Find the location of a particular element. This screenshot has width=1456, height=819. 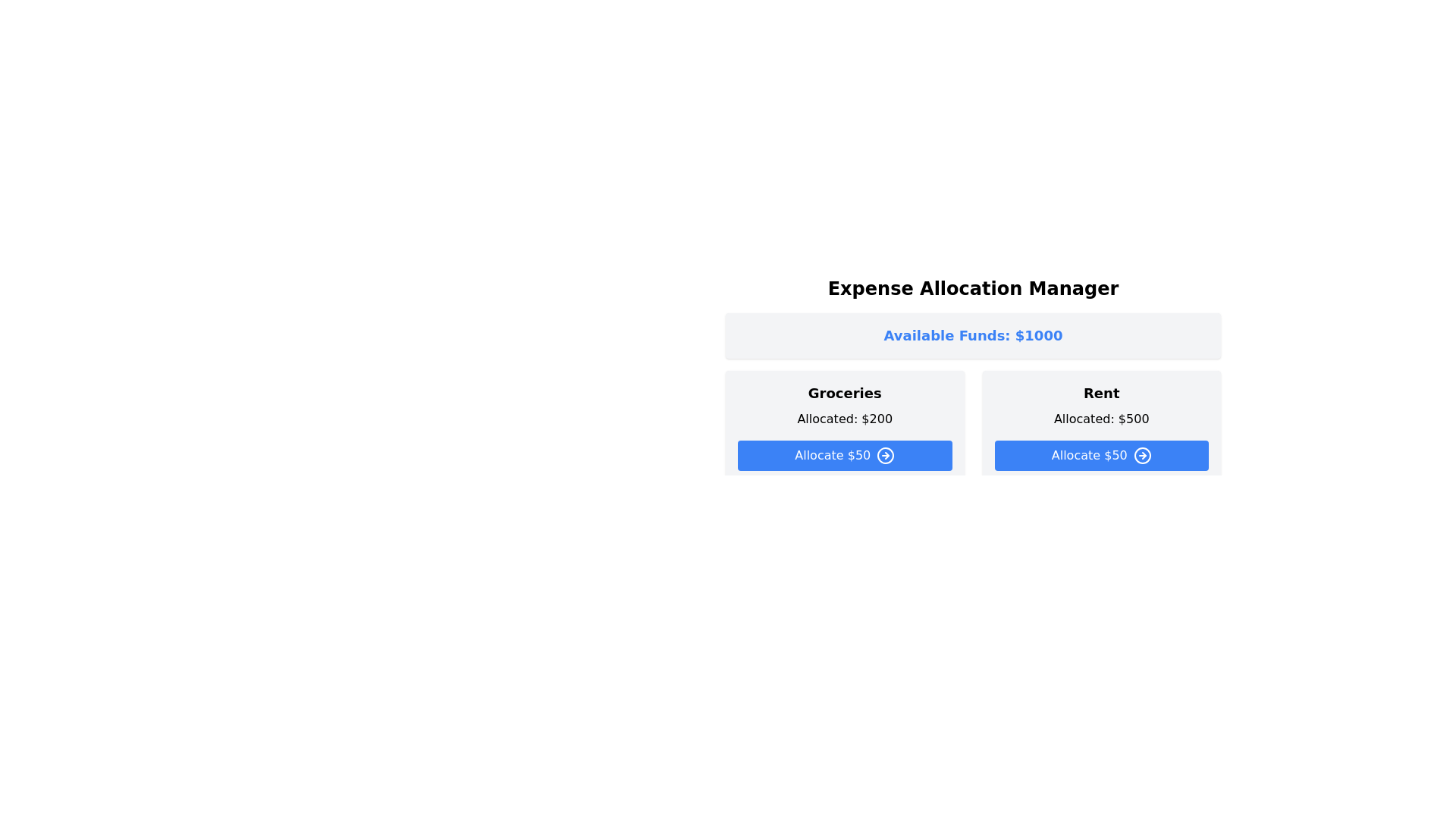

the circular outline within the 'Allocate $50' button, which signifies a direction or continuation, located towards the bottom-right portion of the button is located at coordinates (886, 455).